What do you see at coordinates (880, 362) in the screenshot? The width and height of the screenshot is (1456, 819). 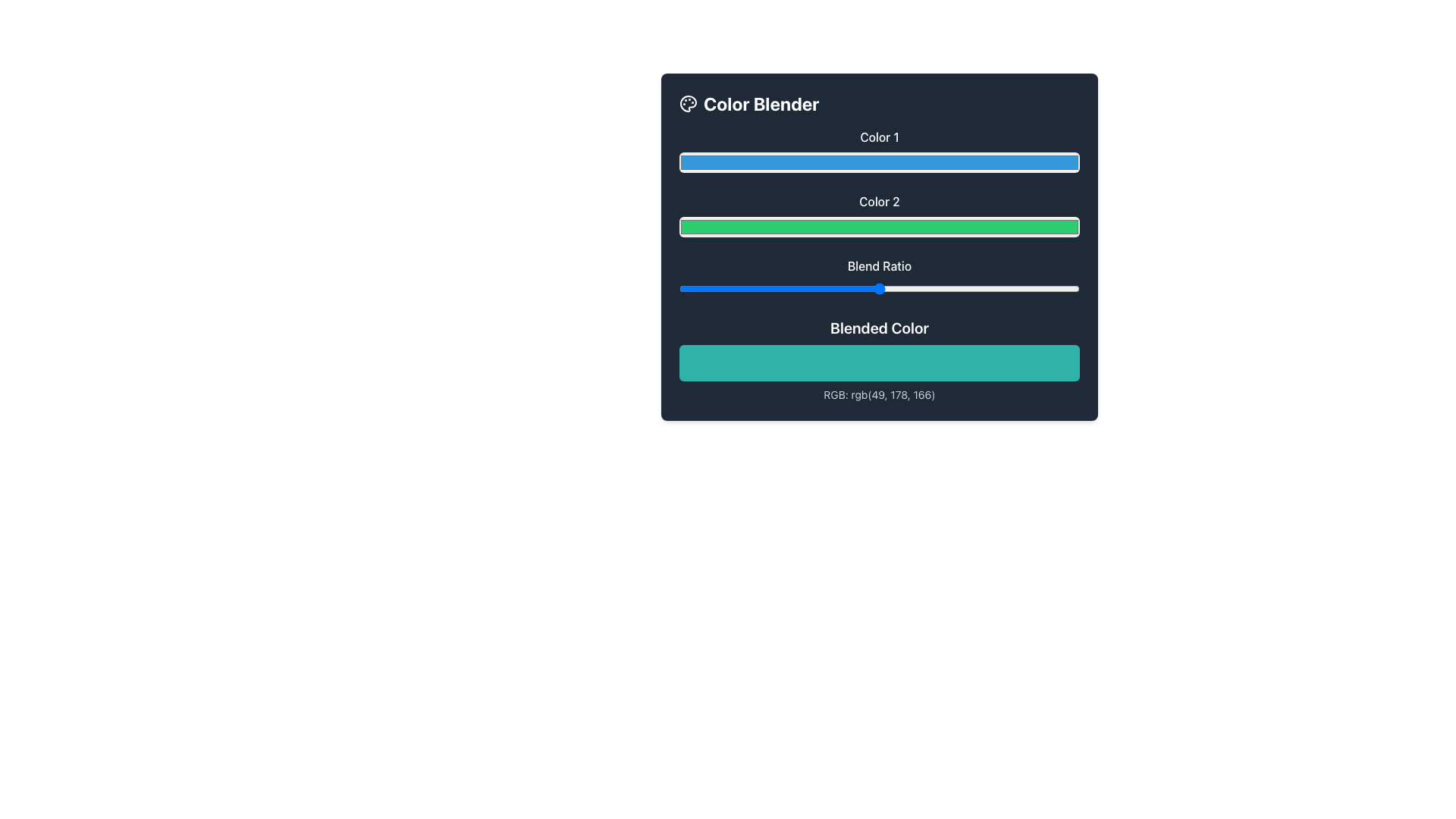 I see `the teal rectangular visual display panel located at the bottom of the 'Blended Color' section, which is visually distinct due to its color and size` at bounding box center [880, 362].